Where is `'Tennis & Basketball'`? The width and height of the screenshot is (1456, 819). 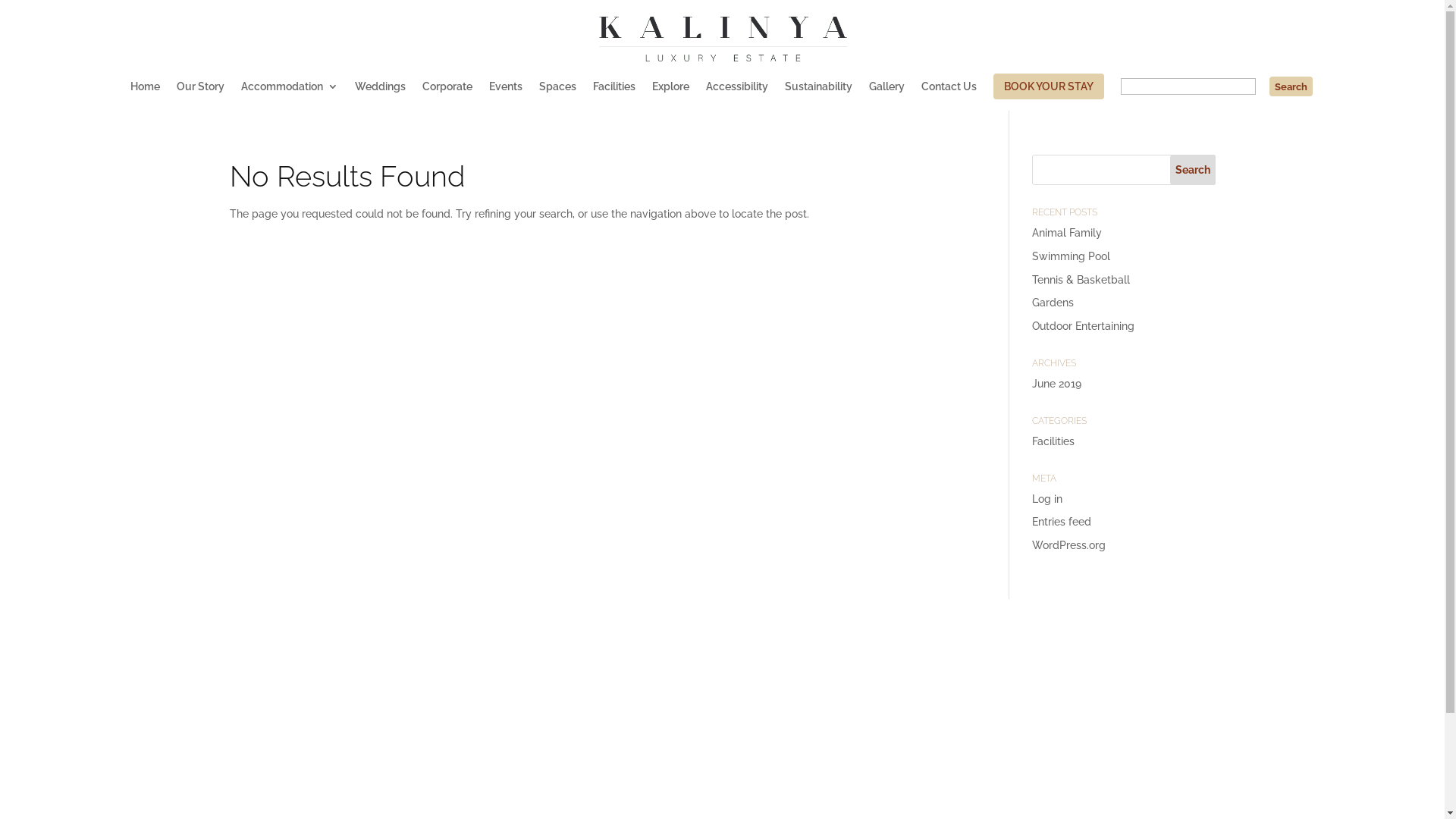 'Tennis & Basketball' is located at coordinates (1080, 280).